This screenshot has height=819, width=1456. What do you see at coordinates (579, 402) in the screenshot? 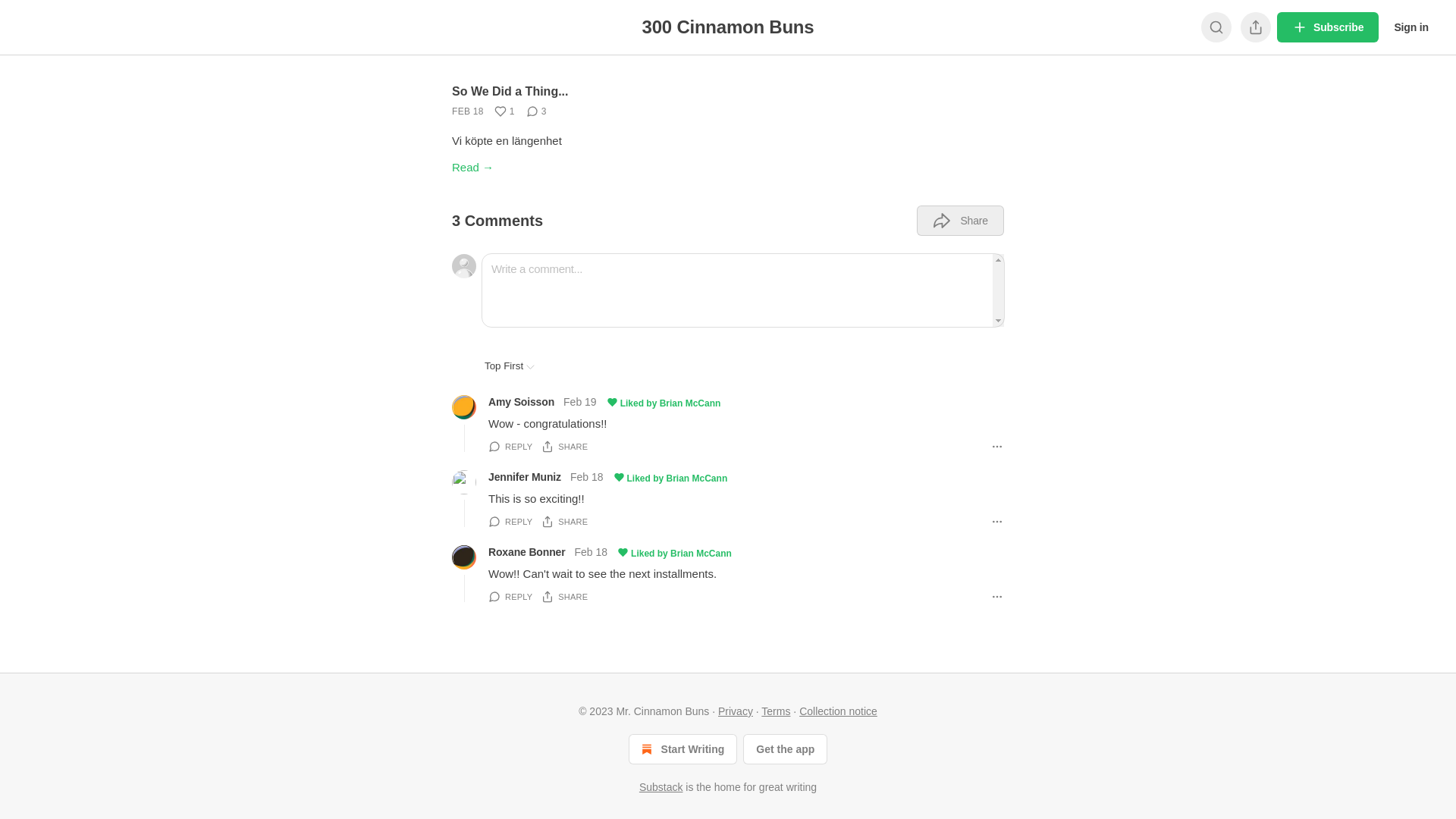
I see `'Feb 19'` at bounding box center [579, 402].